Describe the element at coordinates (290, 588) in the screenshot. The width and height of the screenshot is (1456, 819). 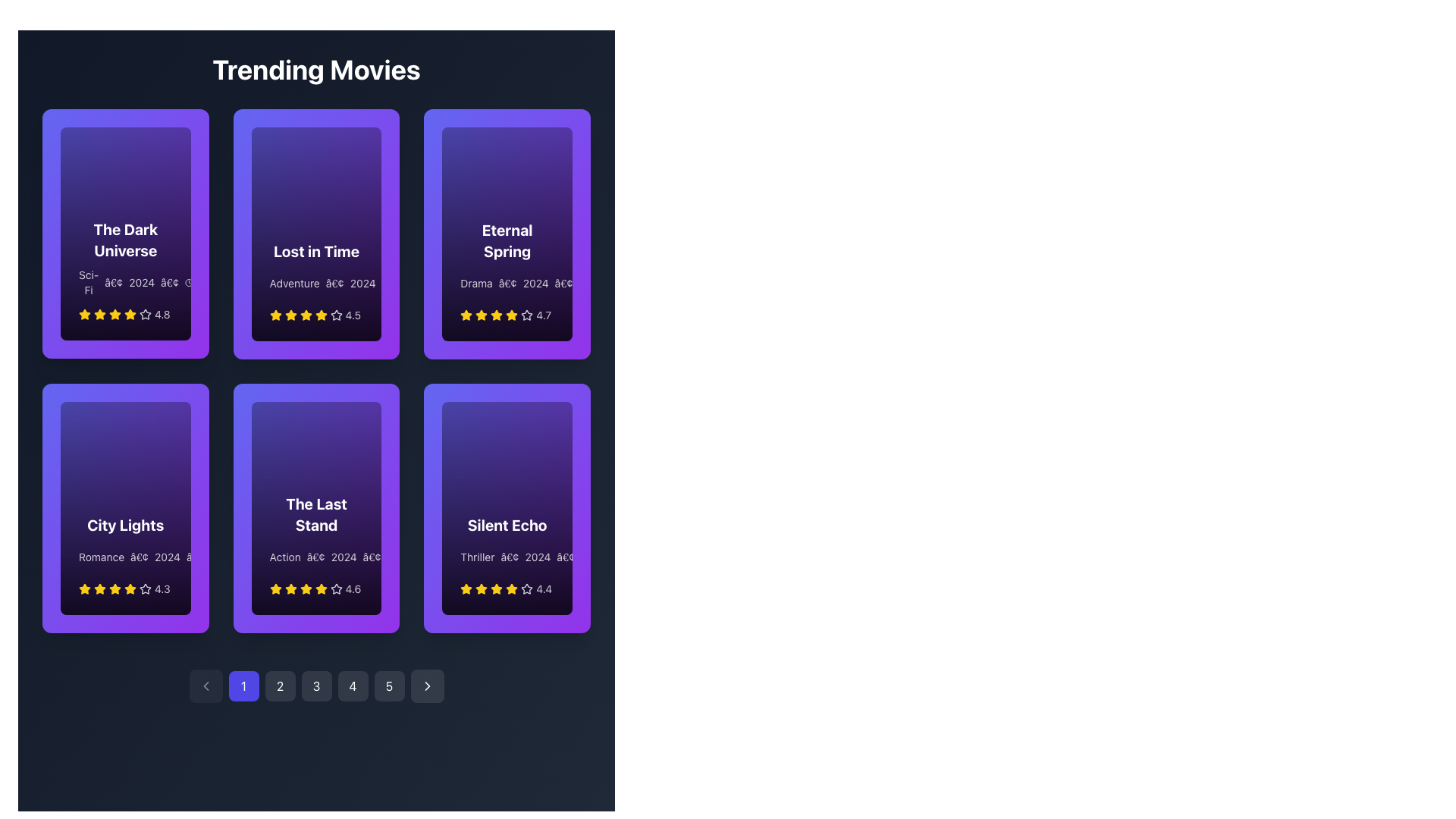
I see `the fourth star icon representing the rating level for the movie 'The Last Stand' in the 'Trending Movies' section` at that location.